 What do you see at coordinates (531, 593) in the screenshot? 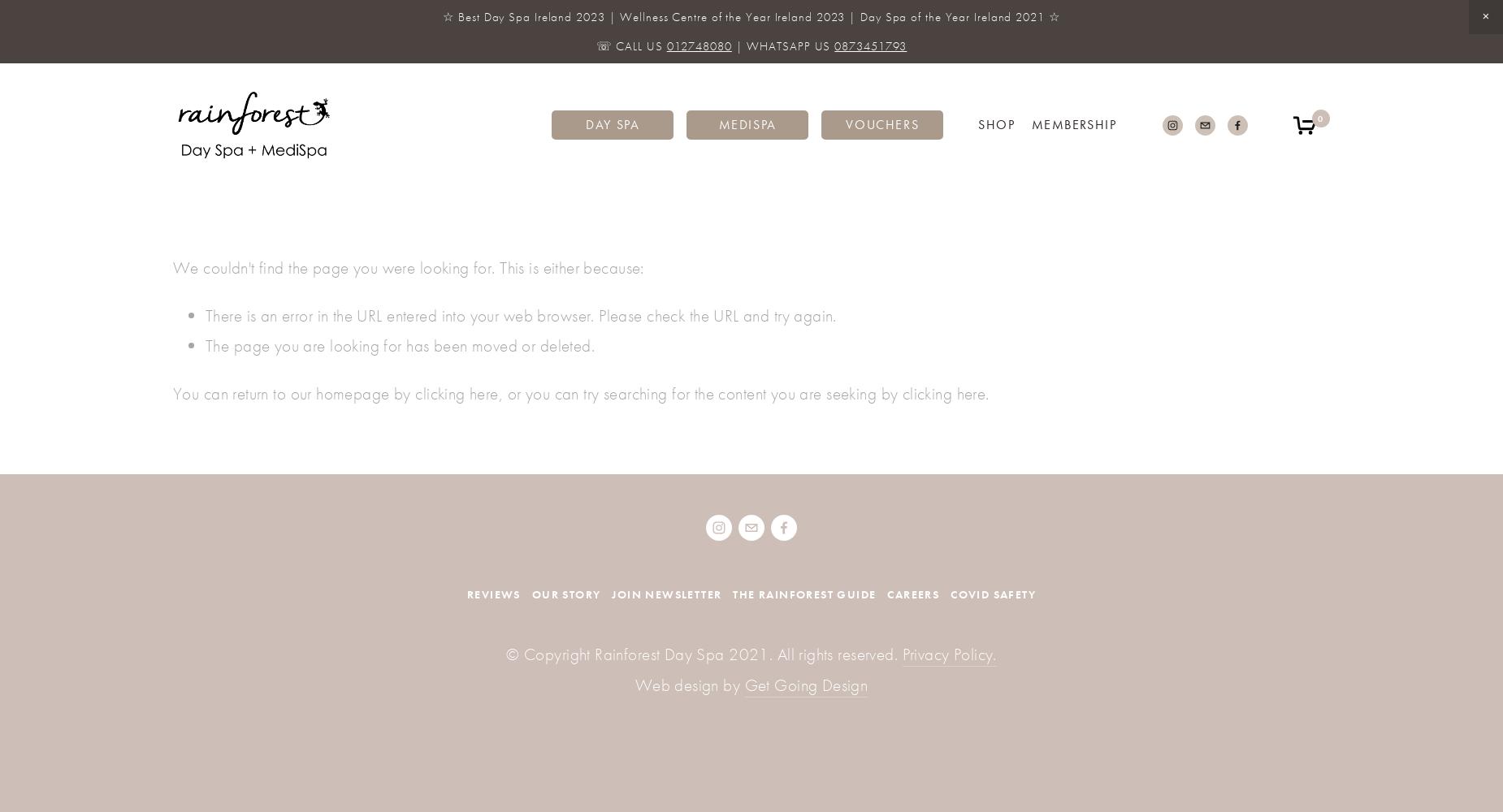
I see `'OUR STORY'` at bounding box center [531, 593].